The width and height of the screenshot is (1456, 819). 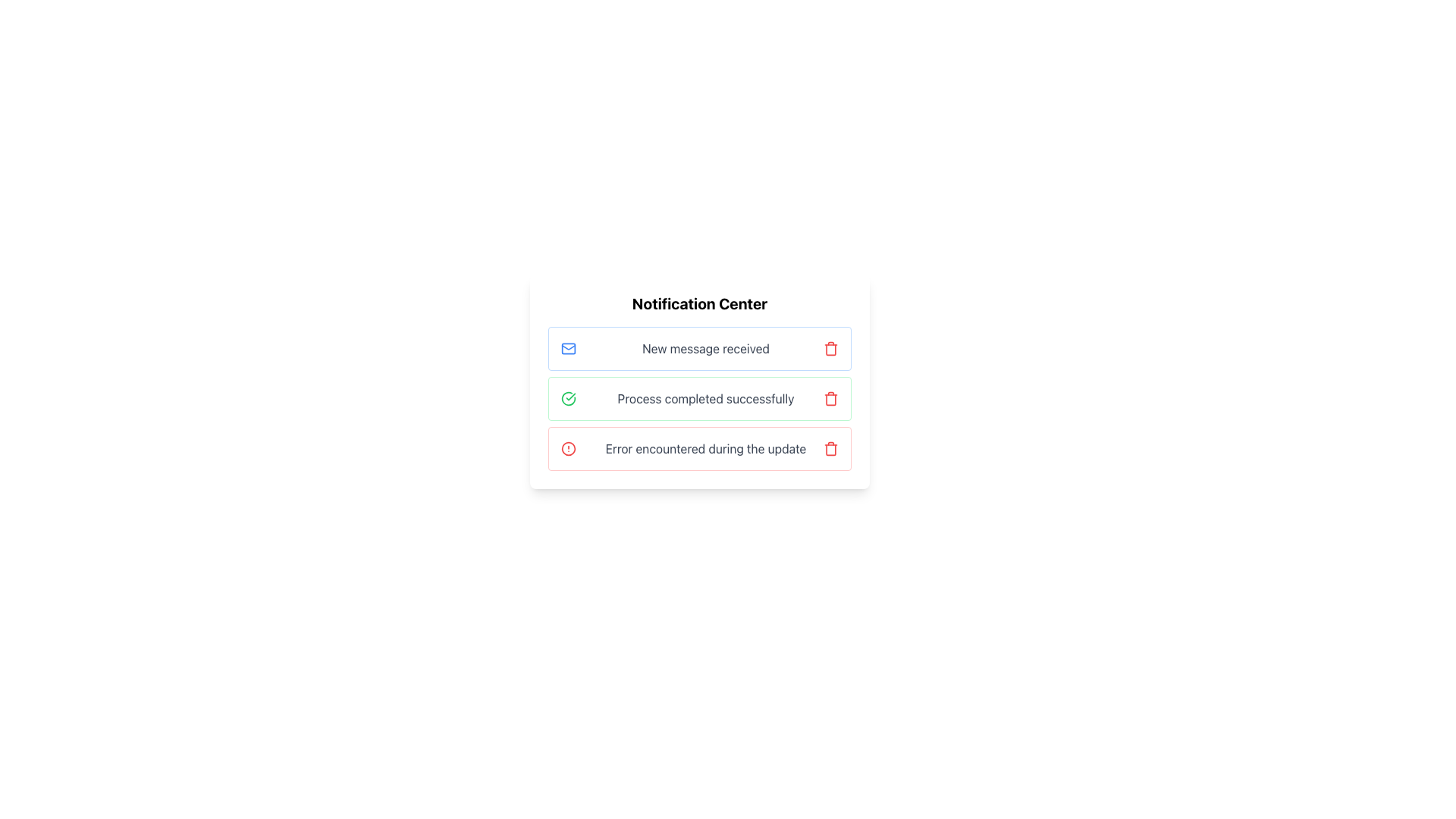 I want to click on the delete button located in the last row of the notification list, which is aligned to the far right next to the notification text 'Error encountered during the update', so click(x=830, y=447).